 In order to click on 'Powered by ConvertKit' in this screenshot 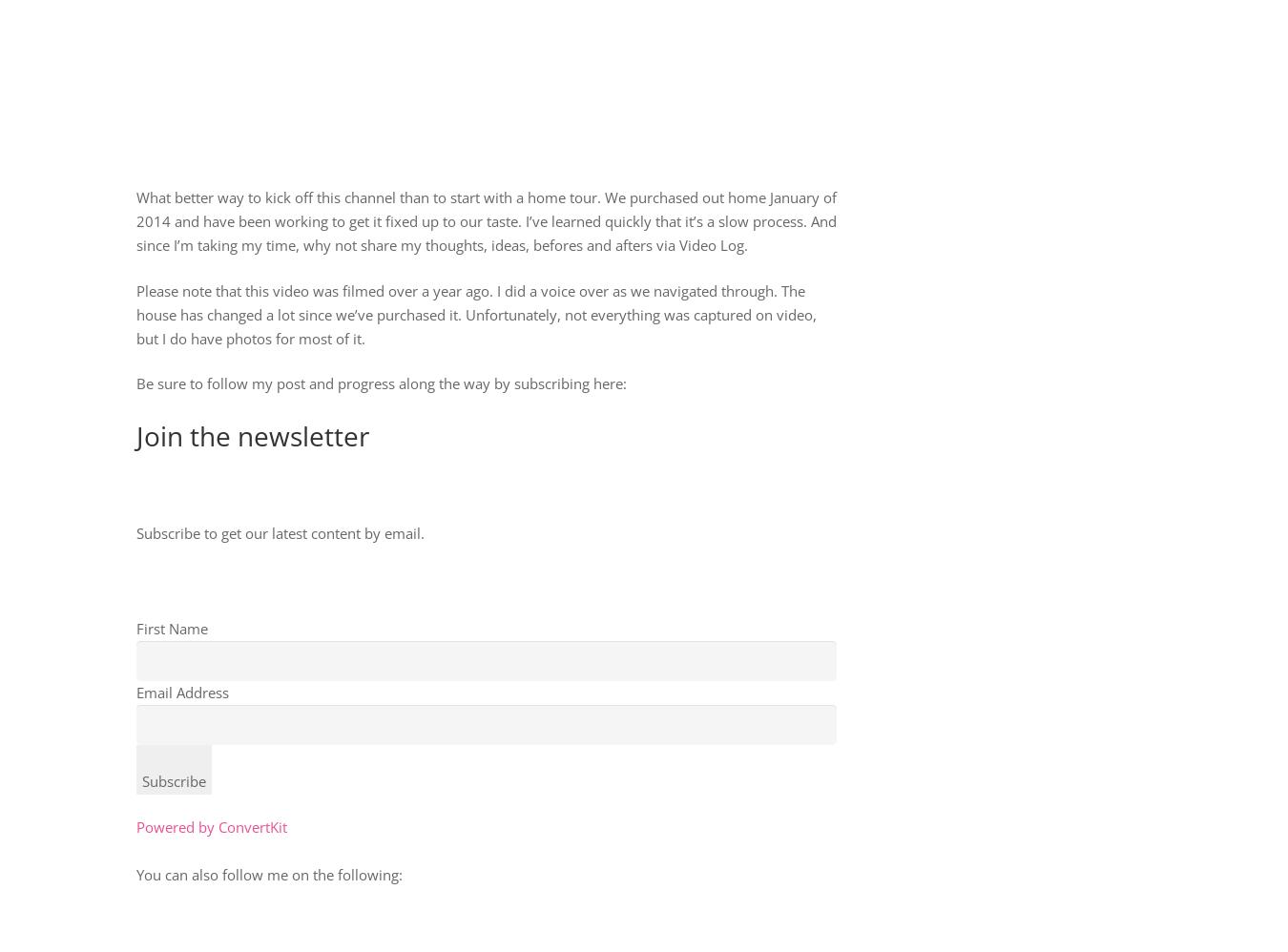, I will do `click(135, 825)`.